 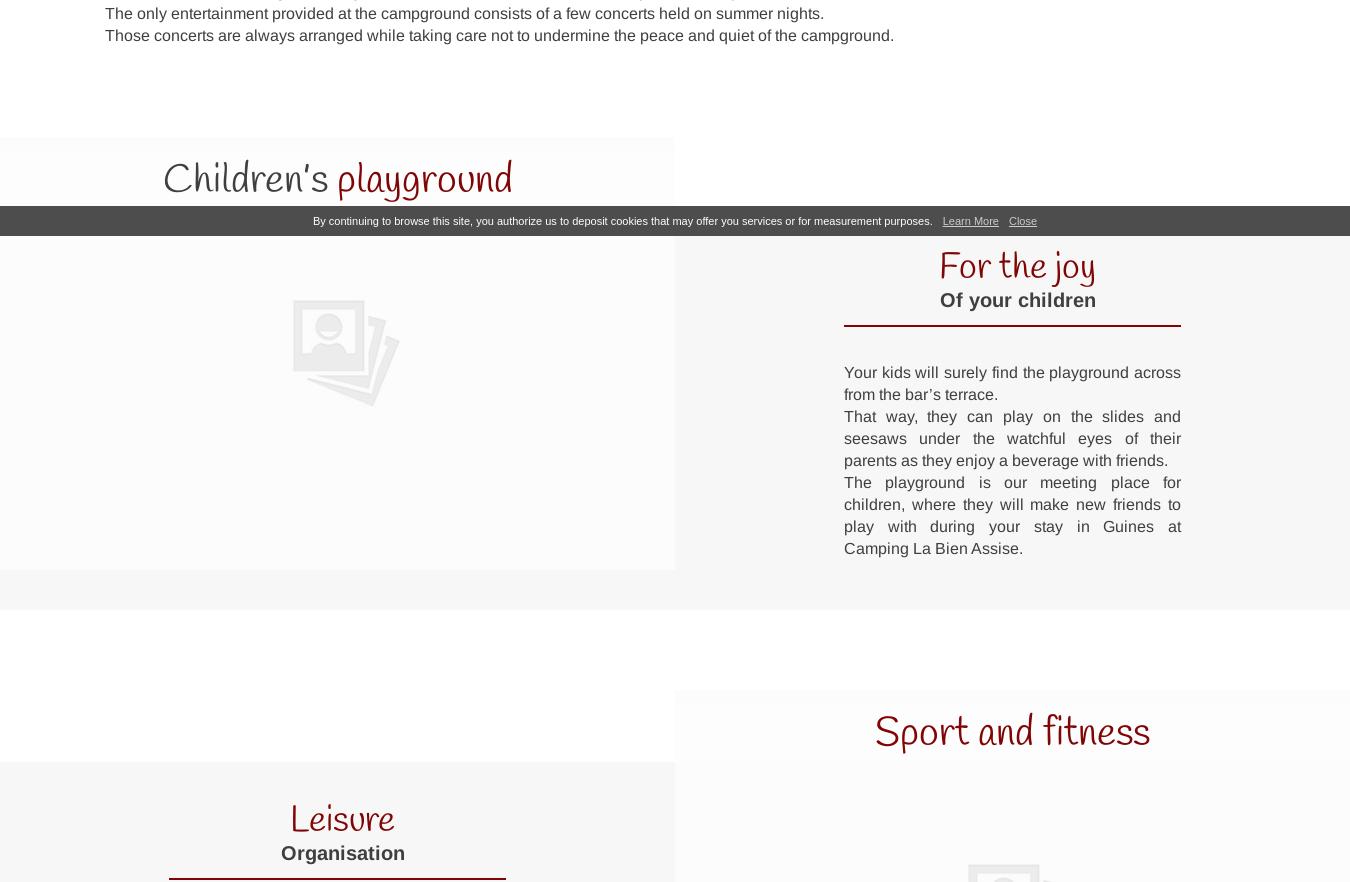 I want to click on 'Of your children', so click(x=938, y=298).